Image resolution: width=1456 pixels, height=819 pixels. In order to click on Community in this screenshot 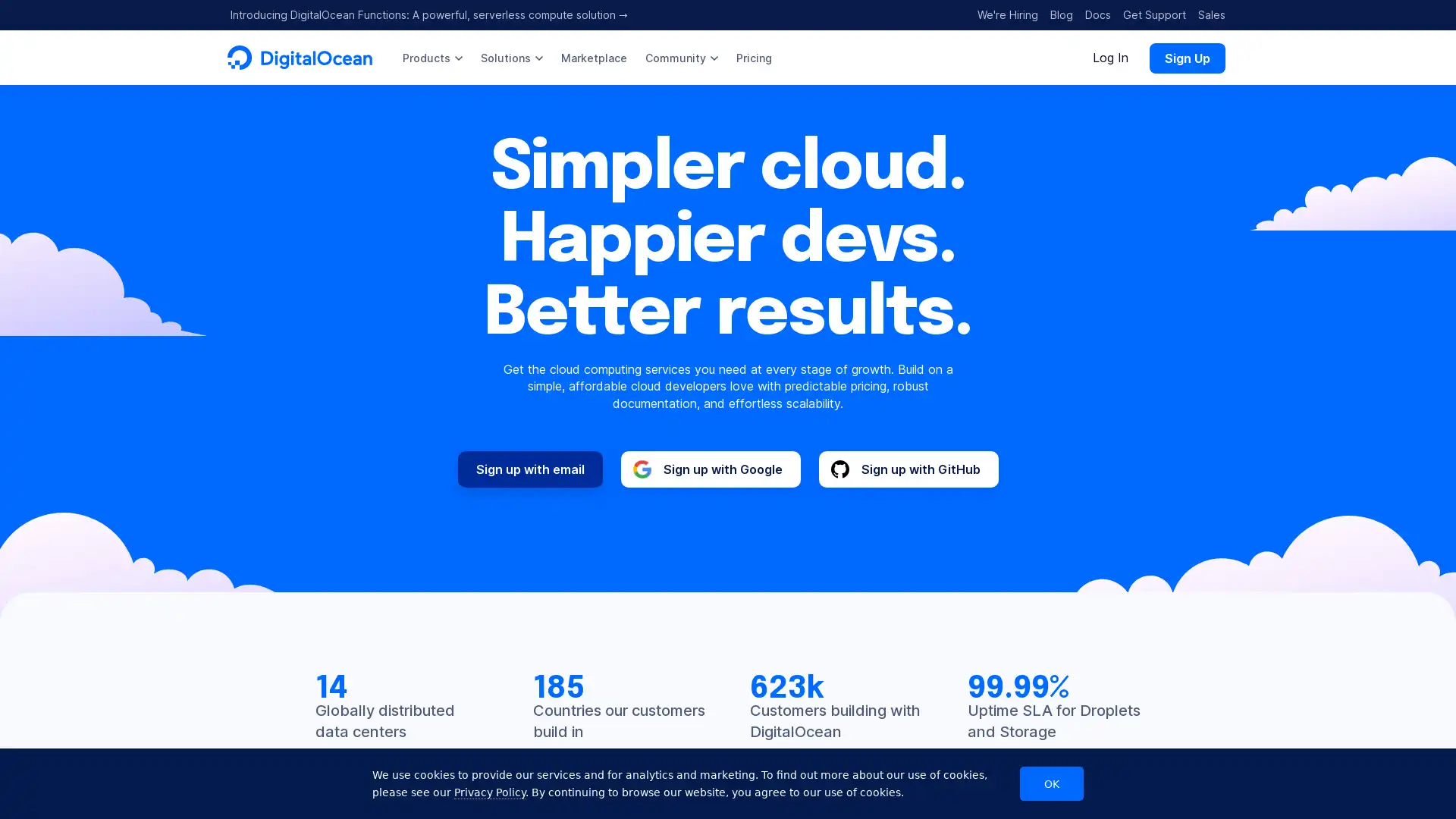, I will do `click(680, 57)`.